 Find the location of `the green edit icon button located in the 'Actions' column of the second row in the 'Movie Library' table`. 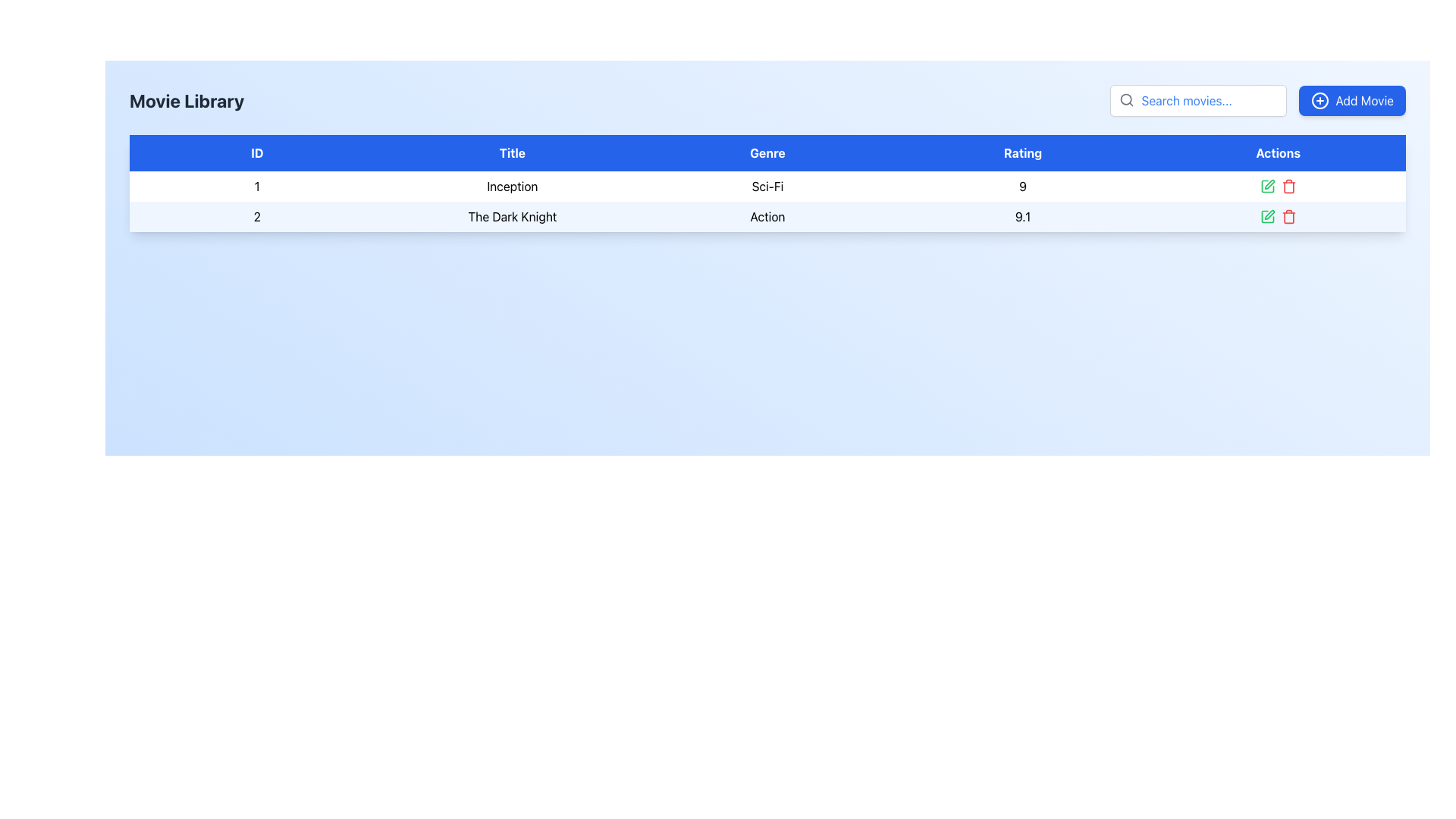

the green edit icon button located in the 'Actions' column of the second row in the 'Movie Library' table is located at coordinates (1269, 214).